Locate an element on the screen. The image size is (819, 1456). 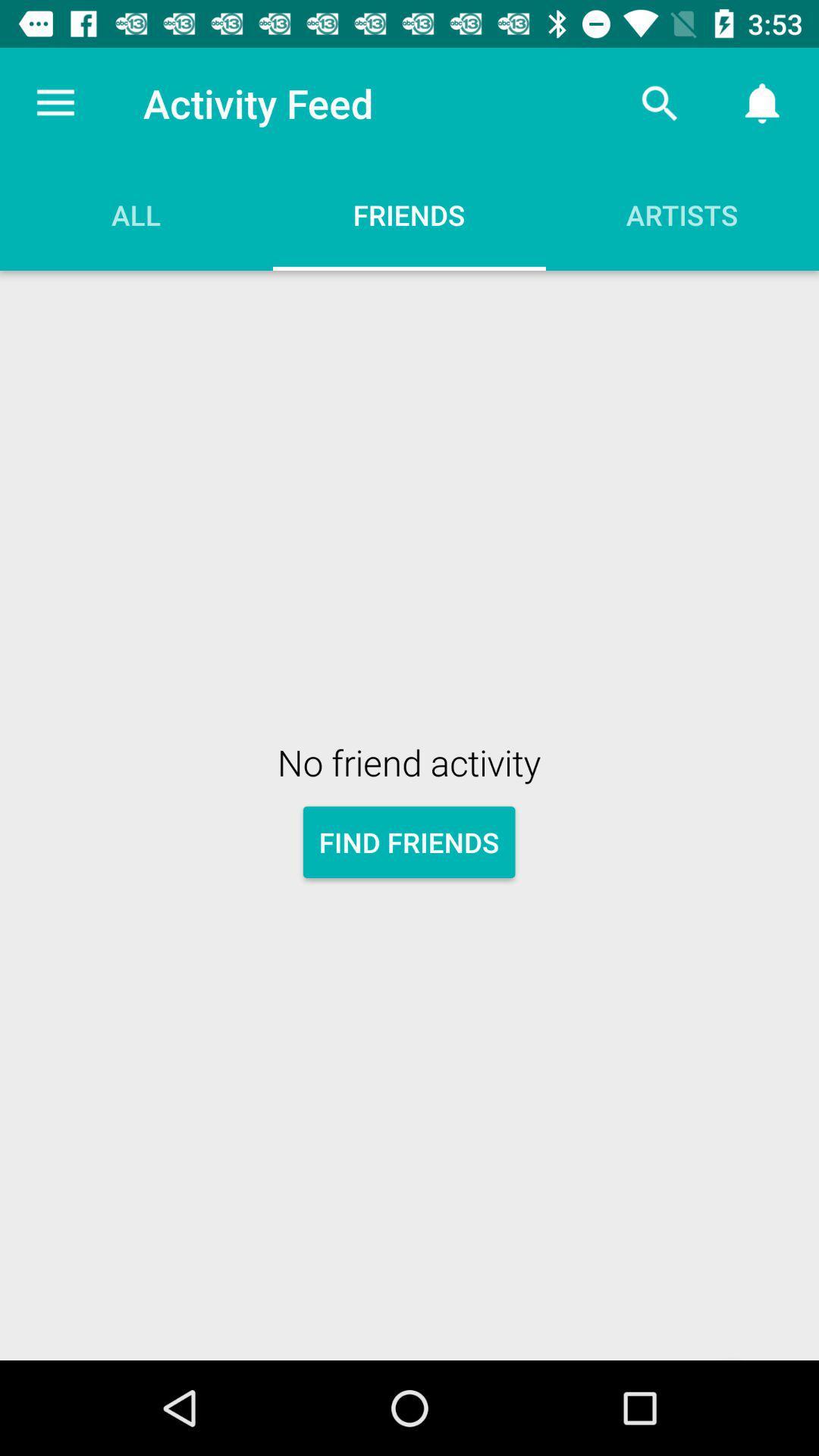
the find friends icon is located at coordinates (408, 841).